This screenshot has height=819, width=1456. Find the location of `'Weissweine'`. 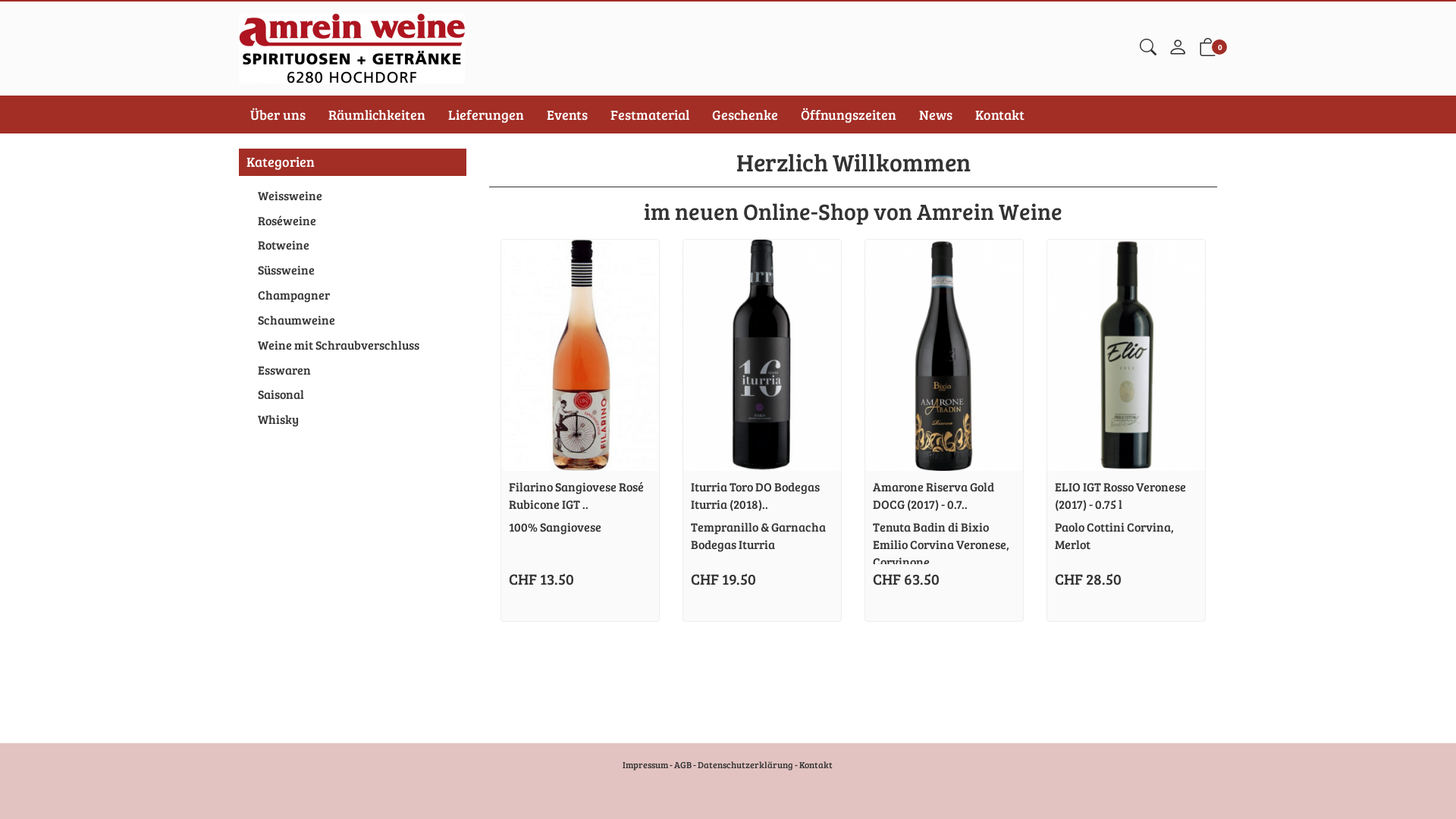

'Weissweine' is located at coordinates (352, 195).